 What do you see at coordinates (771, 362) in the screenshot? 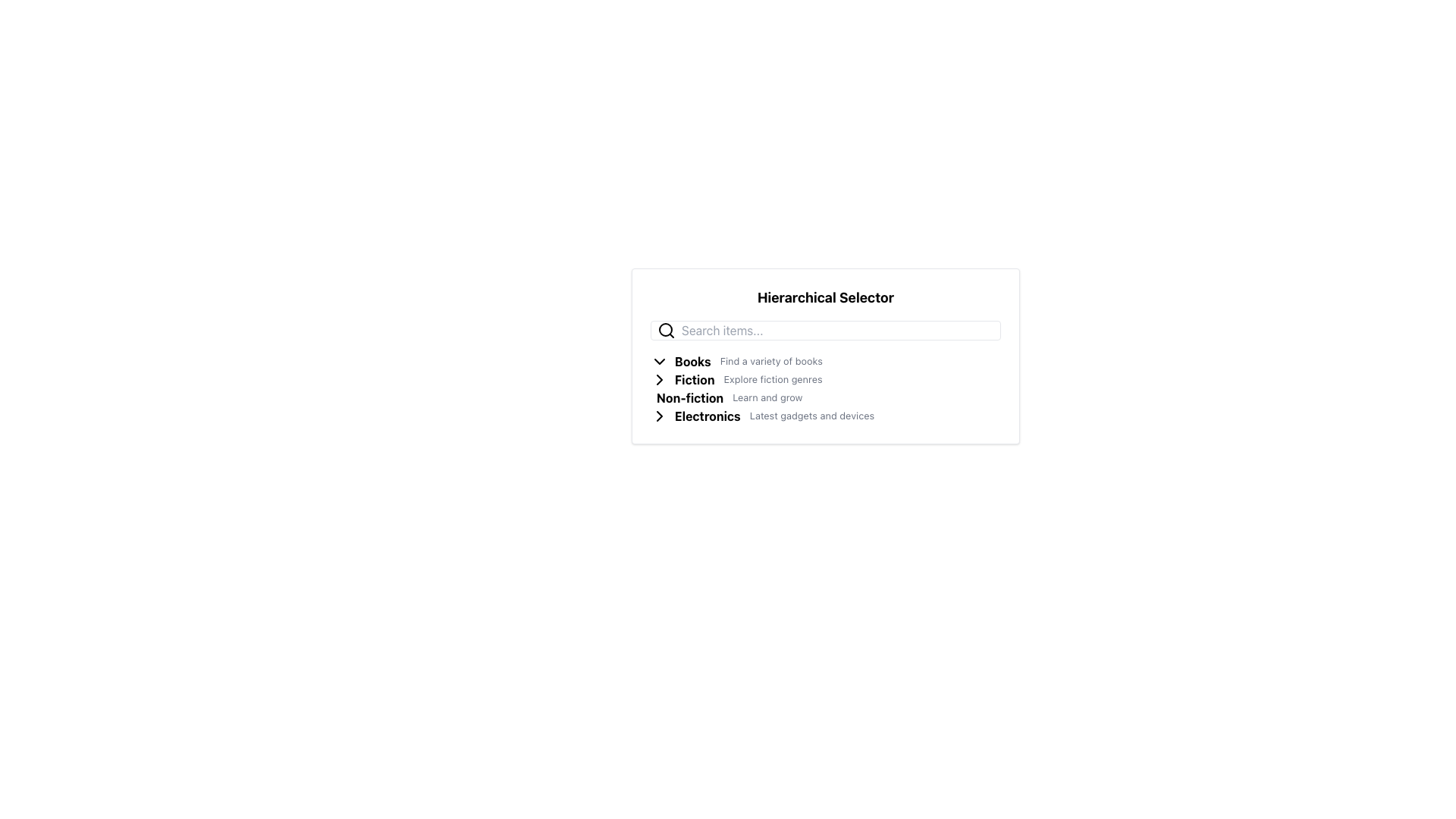
I see `the Text Display that contains the text 'Find a variety of books', located to the right of the 'Books' label` at bounding box center [771, 362].